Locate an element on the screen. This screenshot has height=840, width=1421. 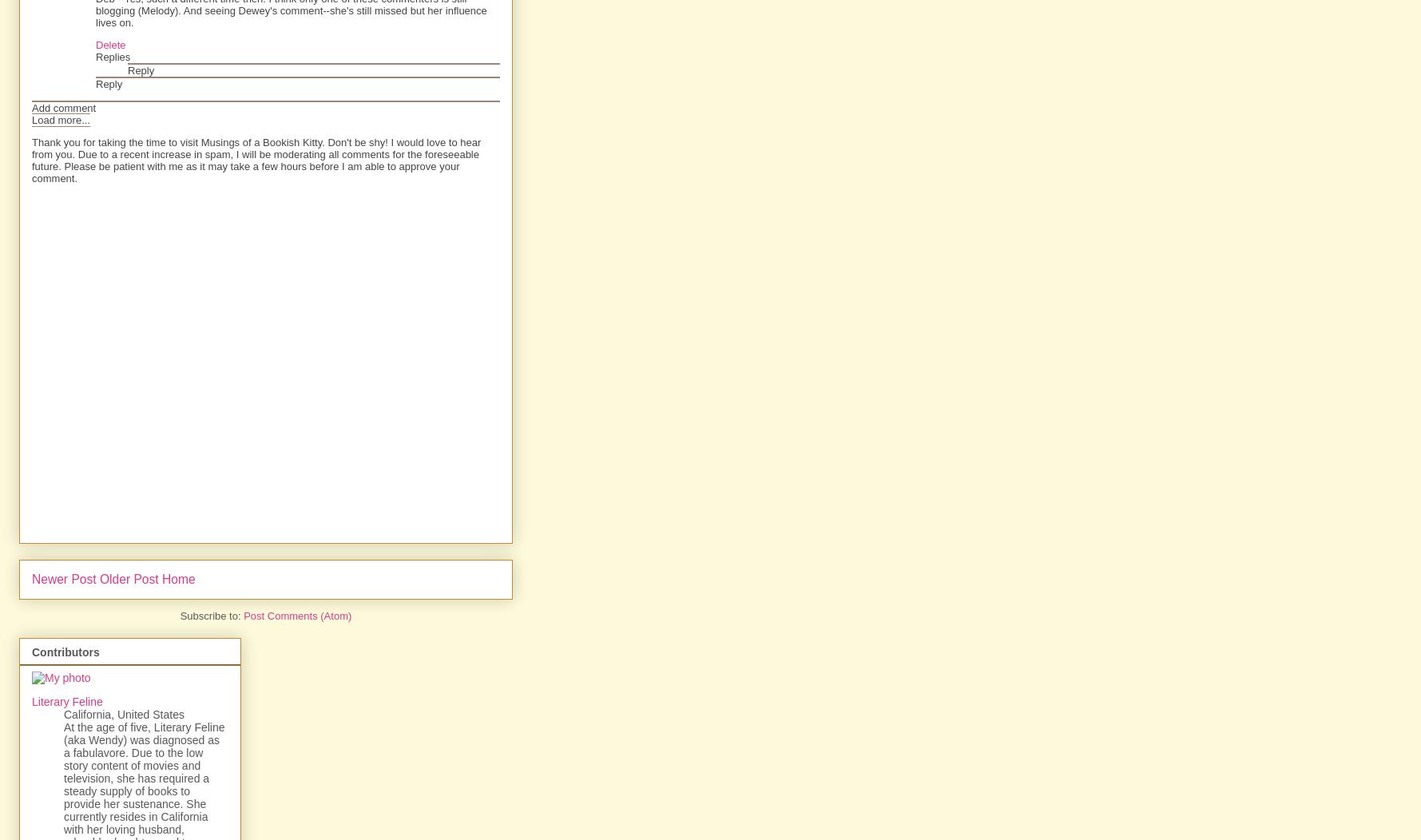
'Contributors' is located at coordinates (65, 652).